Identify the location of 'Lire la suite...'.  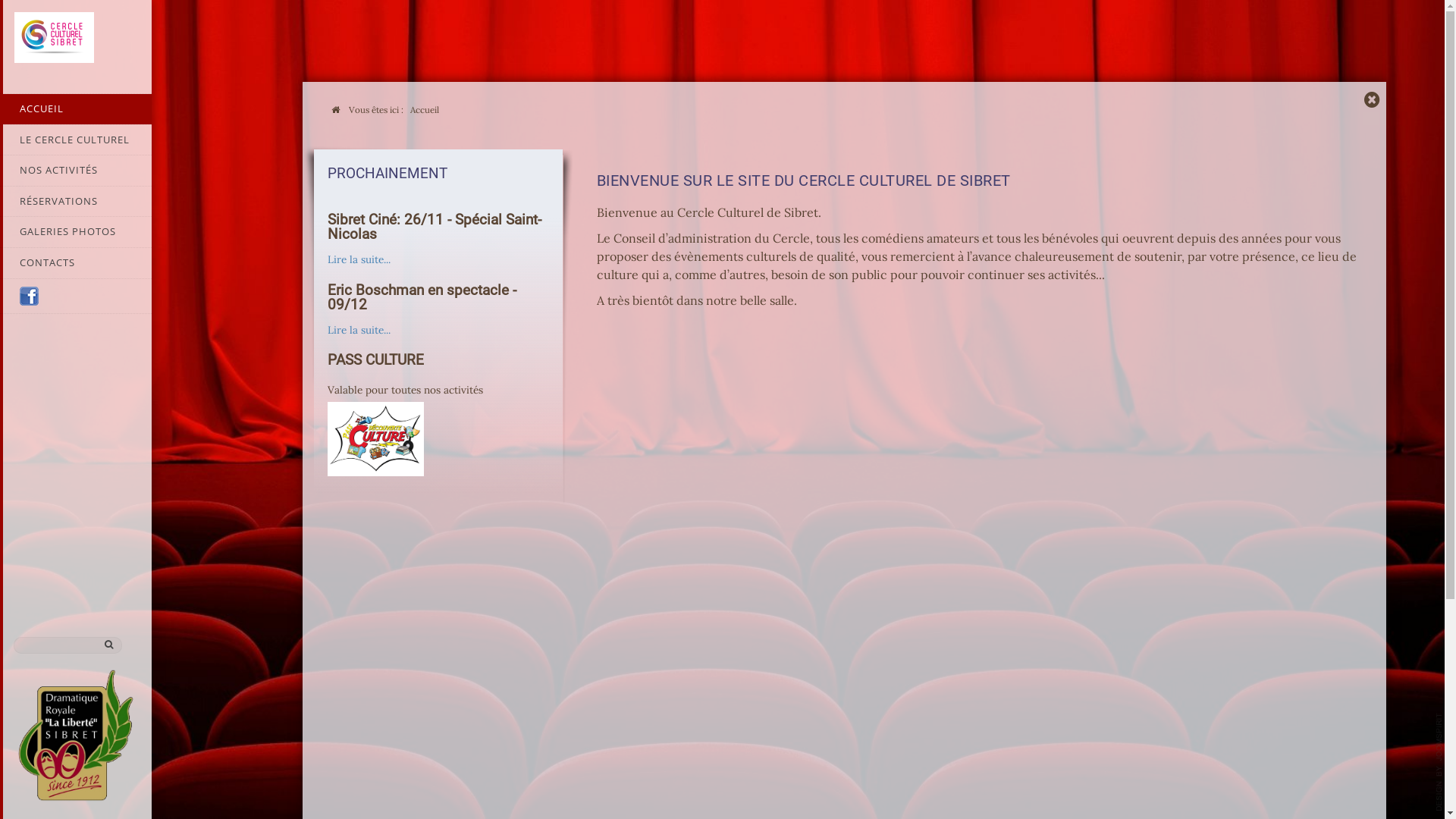
(327, 329).